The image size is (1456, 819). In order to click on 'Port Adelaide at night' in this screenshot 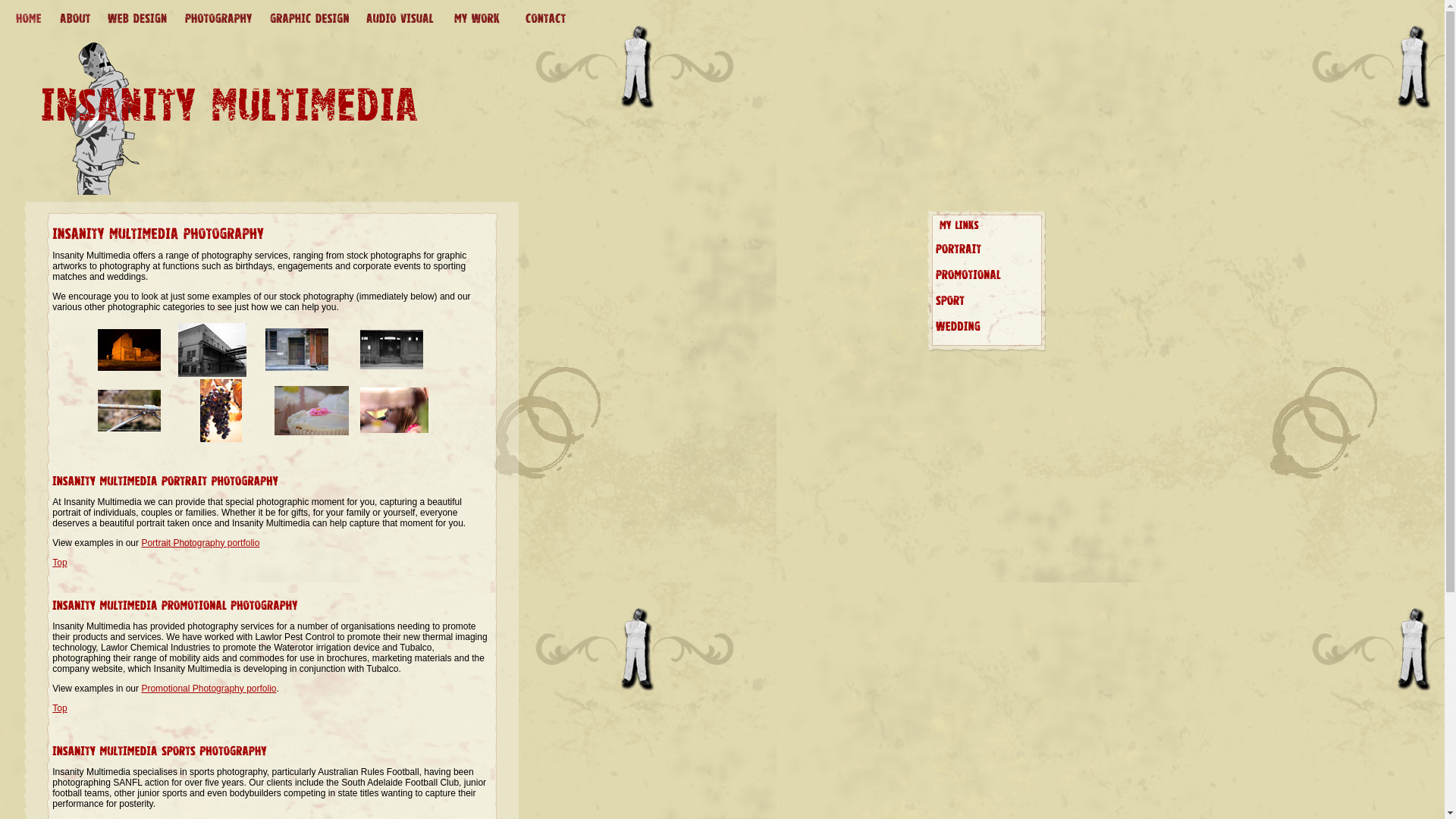, I will do `click(97, 368)`.